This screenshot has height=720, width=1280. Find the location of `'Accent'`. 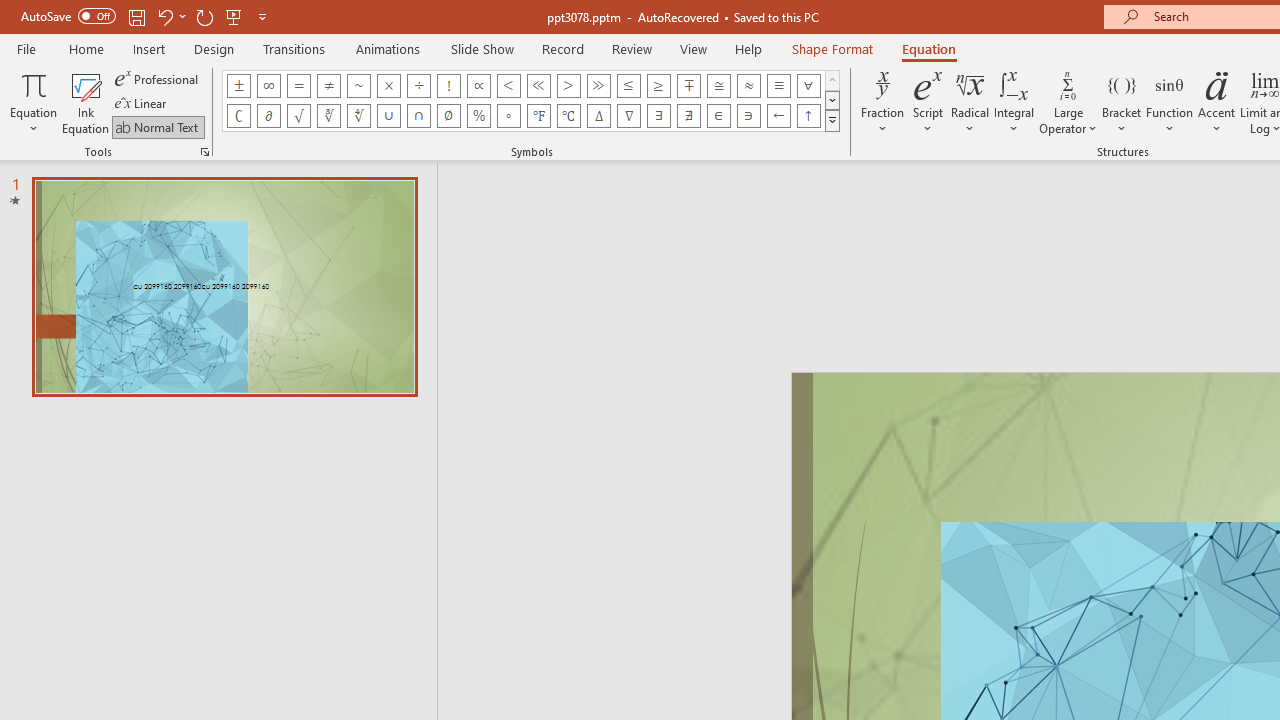

'Accent' is located at coordinates (1215, 103).